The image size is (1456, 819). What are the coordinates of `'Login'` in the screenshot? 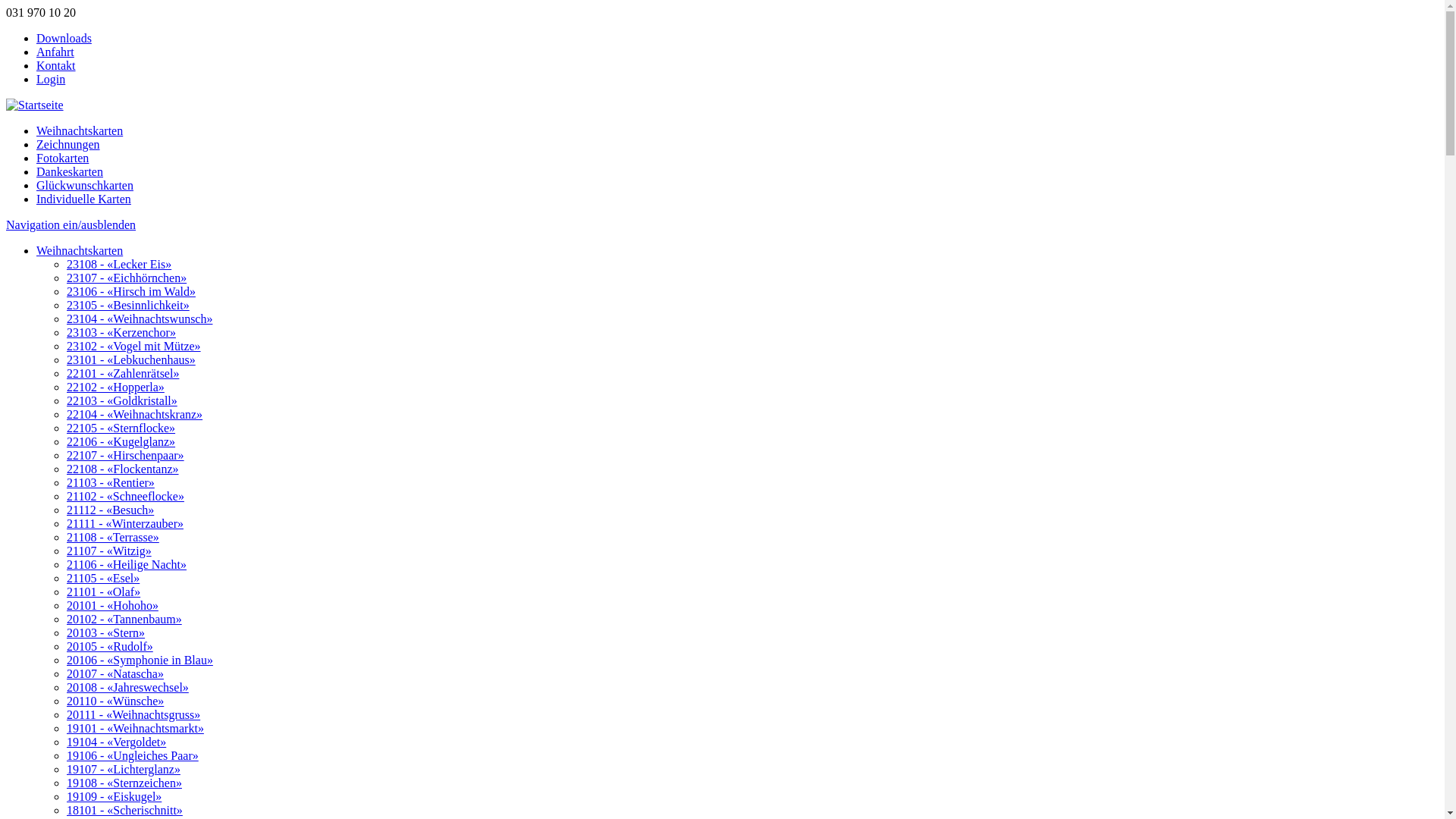 It's located at (51, 79).